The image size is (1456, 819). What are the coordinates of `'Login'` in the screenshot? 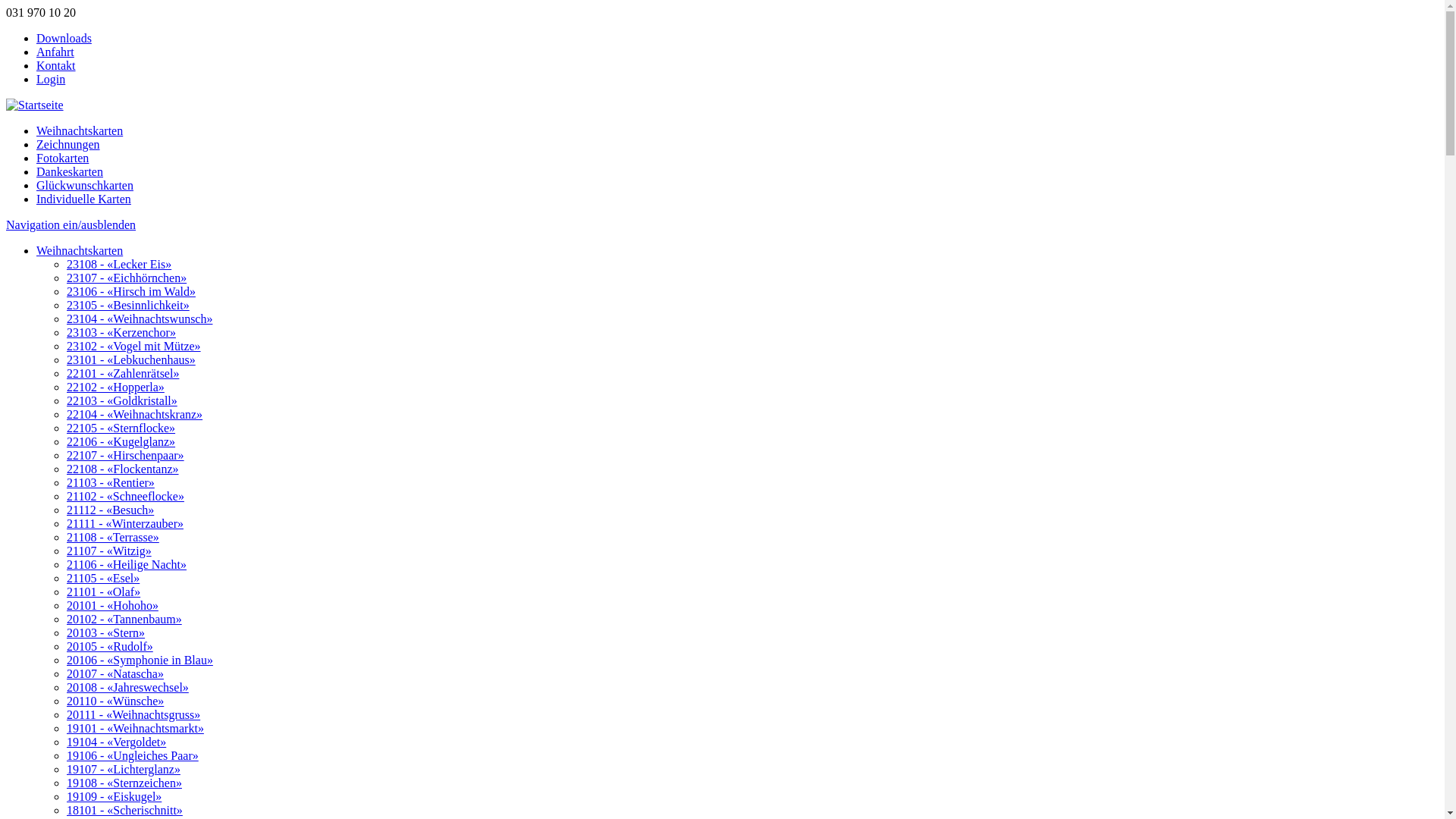 It's located at (51, 79).